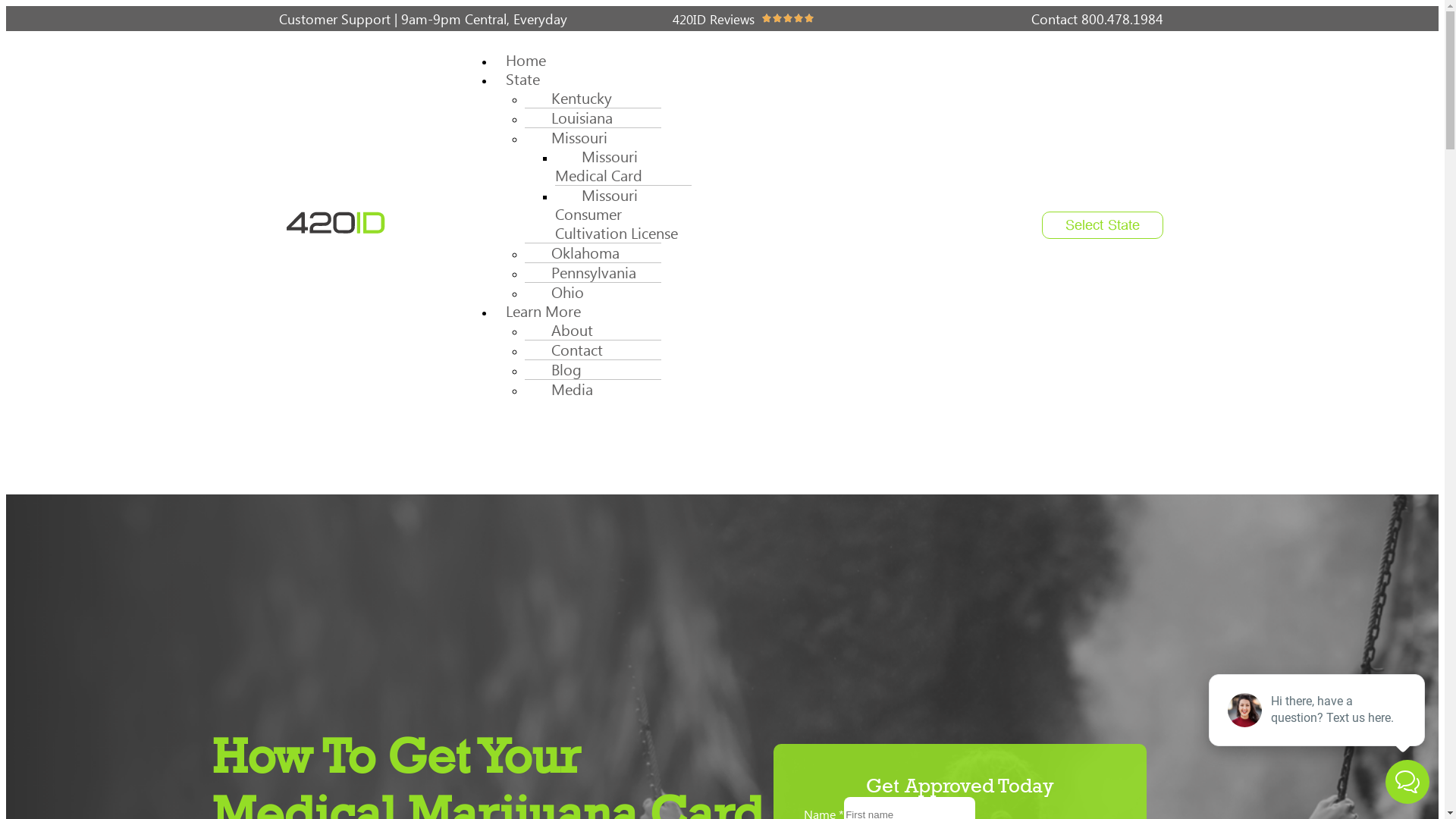 The image size is (1456, 819). Describe the element at coordinates (558, 369) in the screenshot. I see `'Blog'` at that location.